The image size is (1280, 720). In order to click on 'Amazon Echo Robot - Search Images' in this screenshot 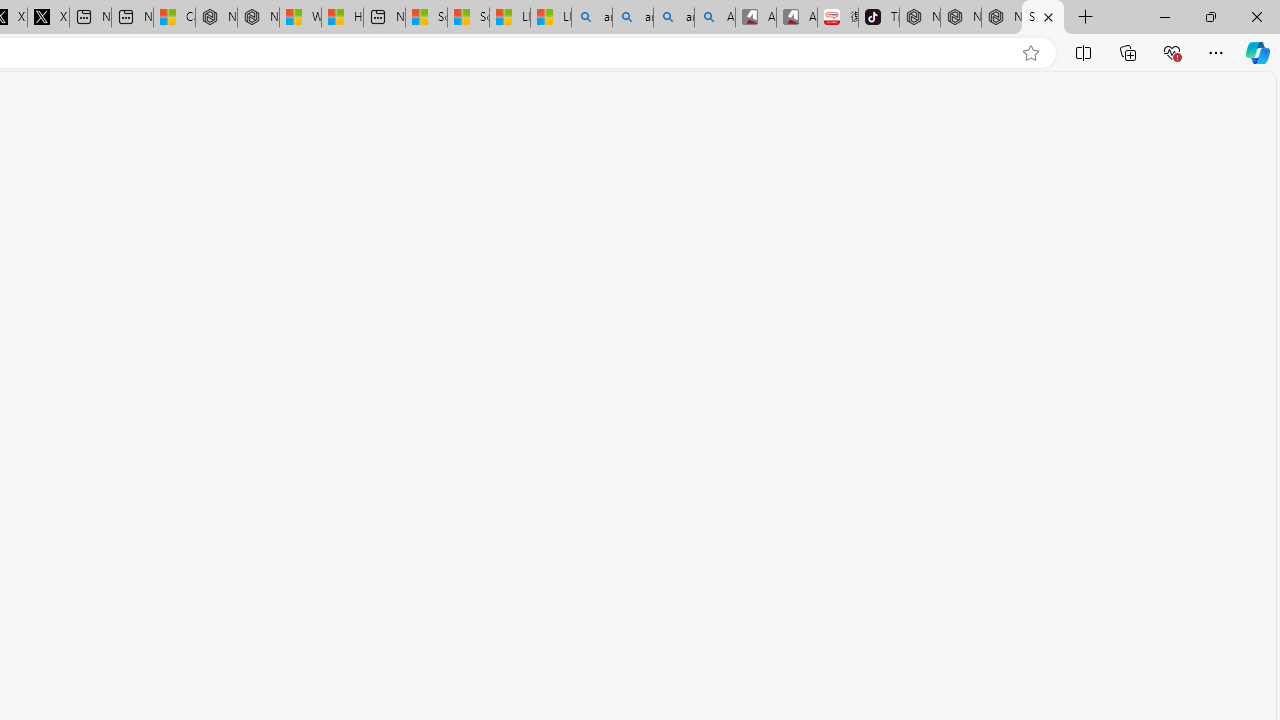, I will do `click(714, 17)`.